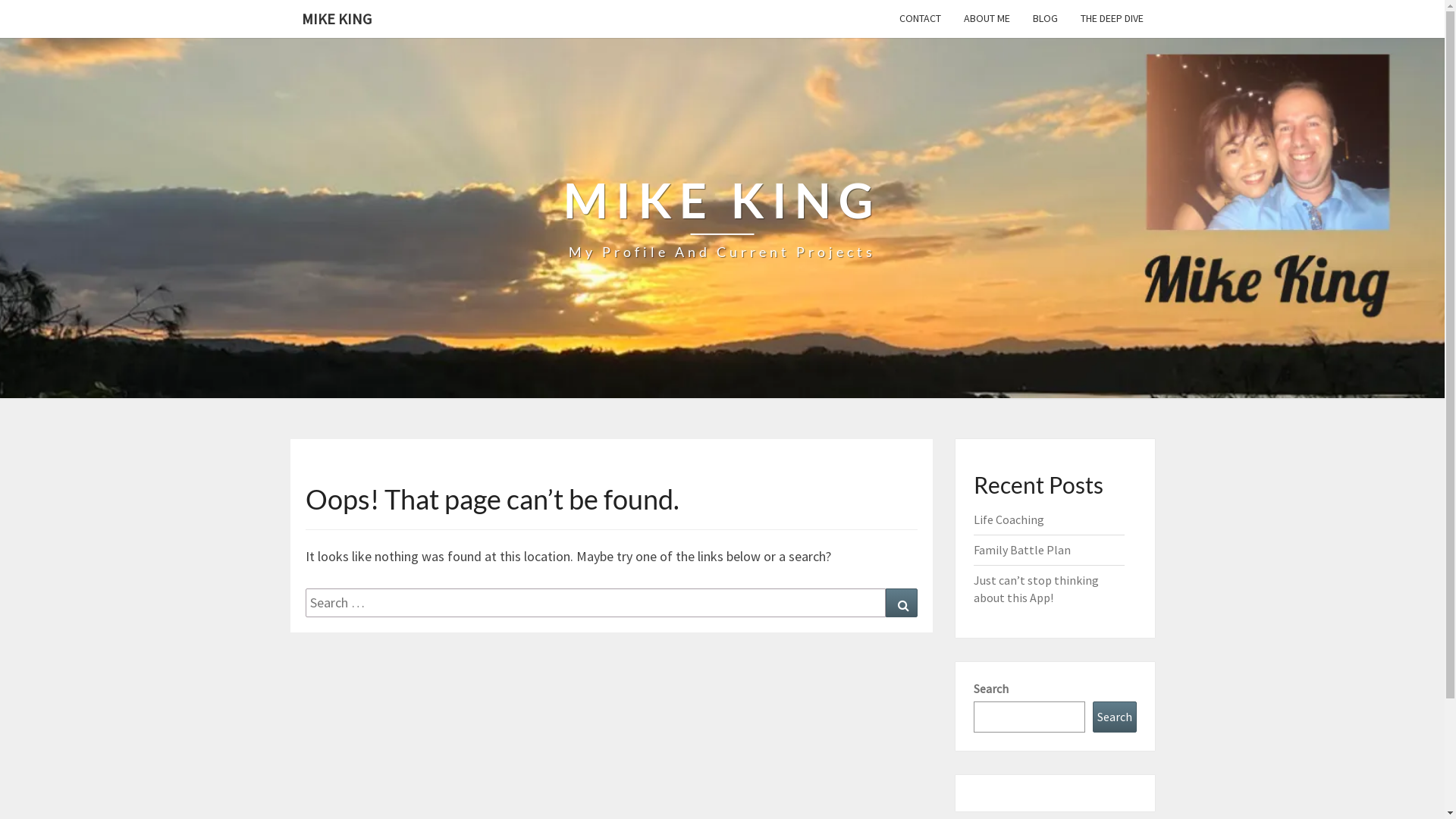  Describe the element at coordinates (918, 17) in the screenshot. I see `'CONTACT'` at that location.